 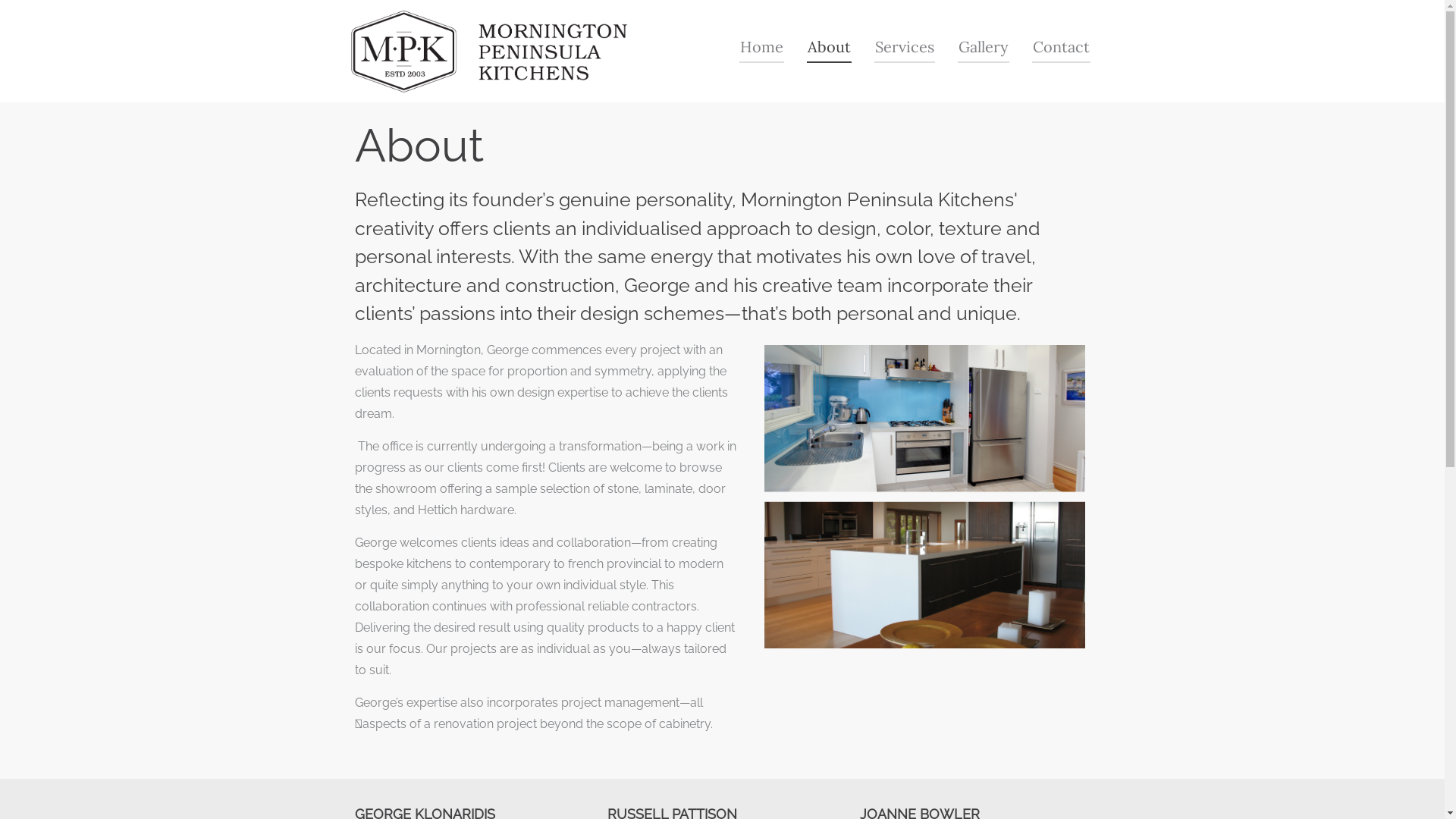 What do you see at coordinates (903, 46) in the screenshot?
I see `'Services'` at bounding box center [903, 46].